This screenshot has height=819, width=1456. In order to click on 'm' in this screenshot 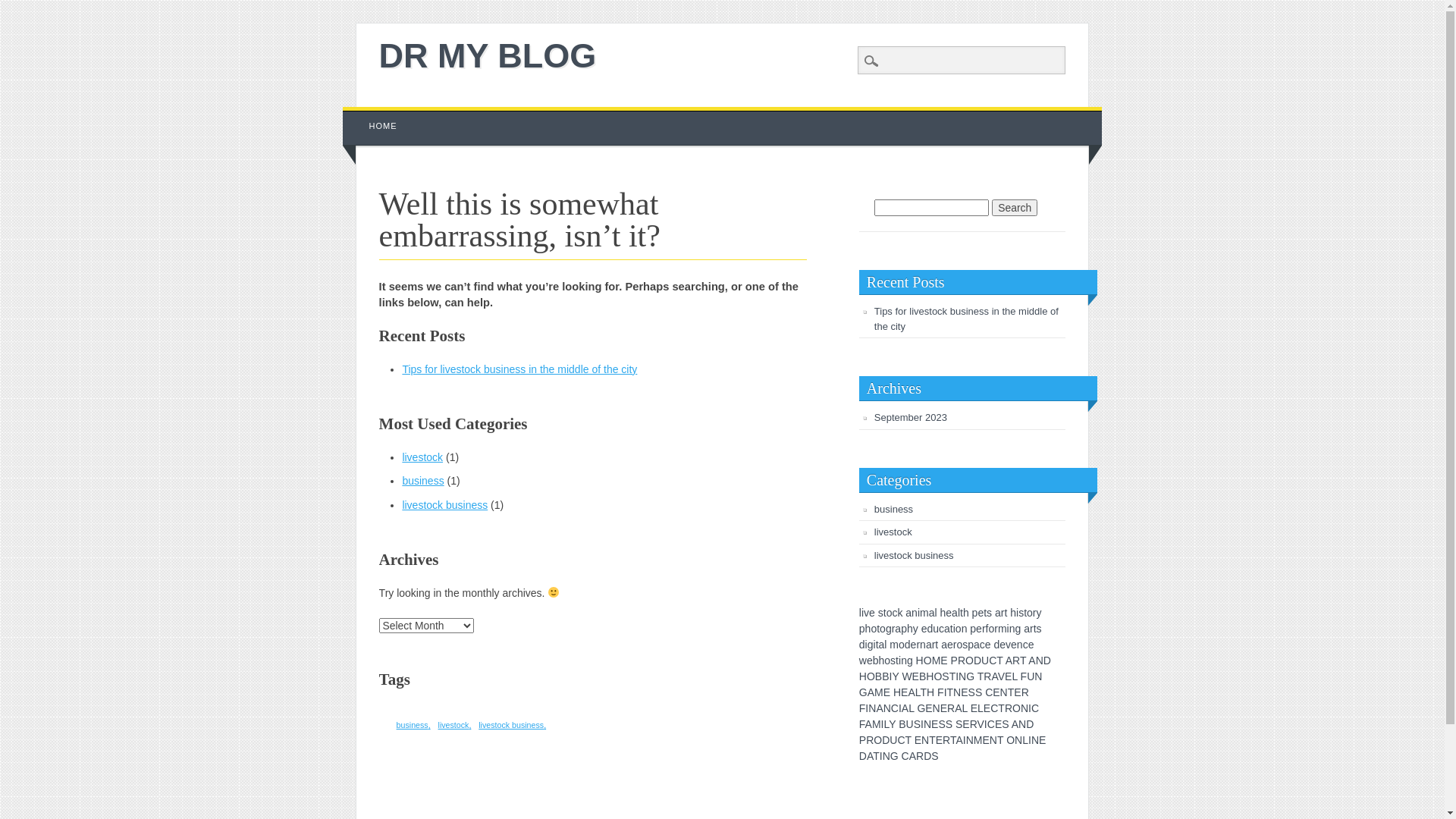, I will do `click(894, 644)`.